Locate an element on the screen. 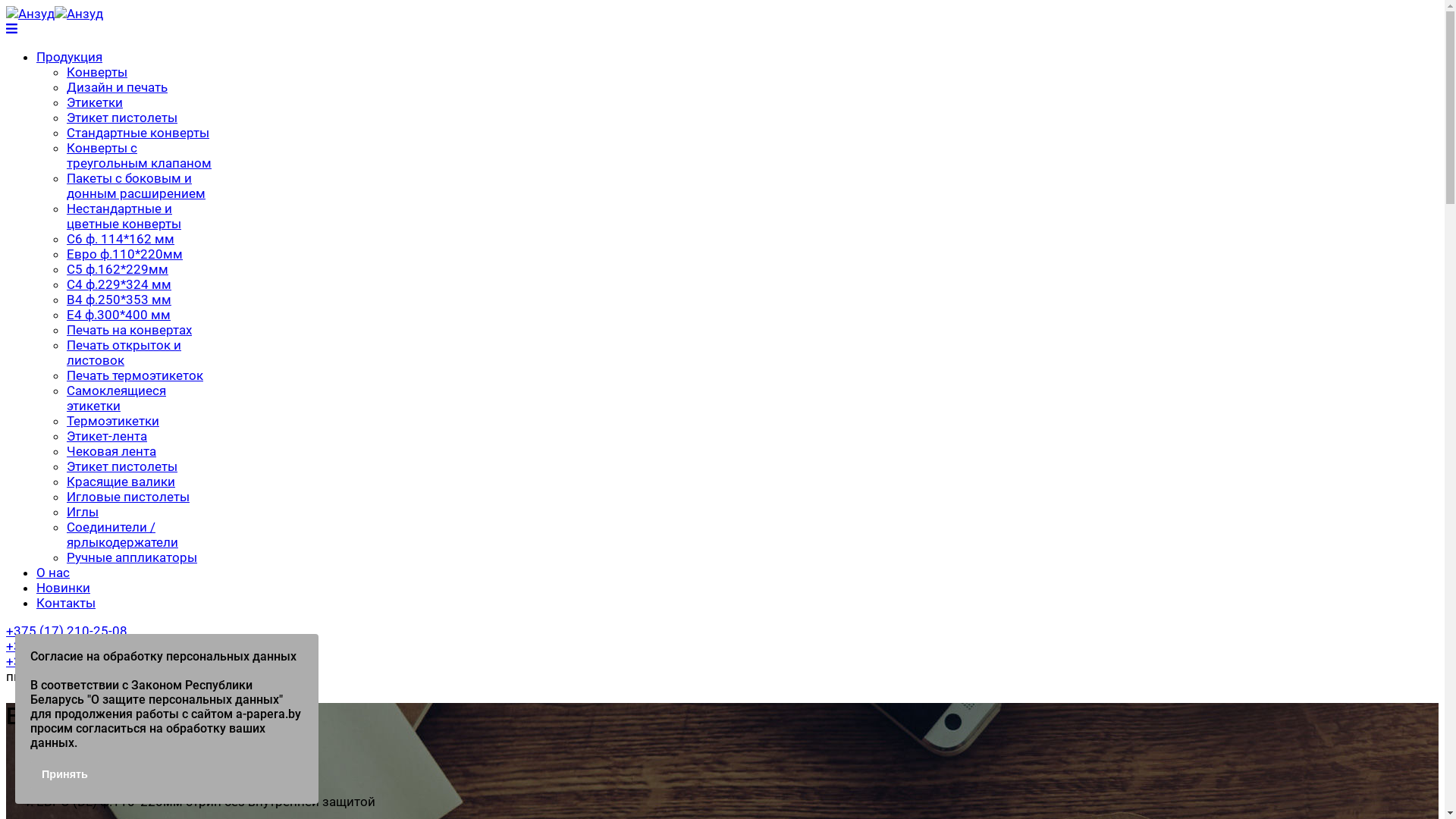 The width and height of the screenshot is (1456, 819). '+375 (17) 210-25-08' is located at coordinates (65, 631).